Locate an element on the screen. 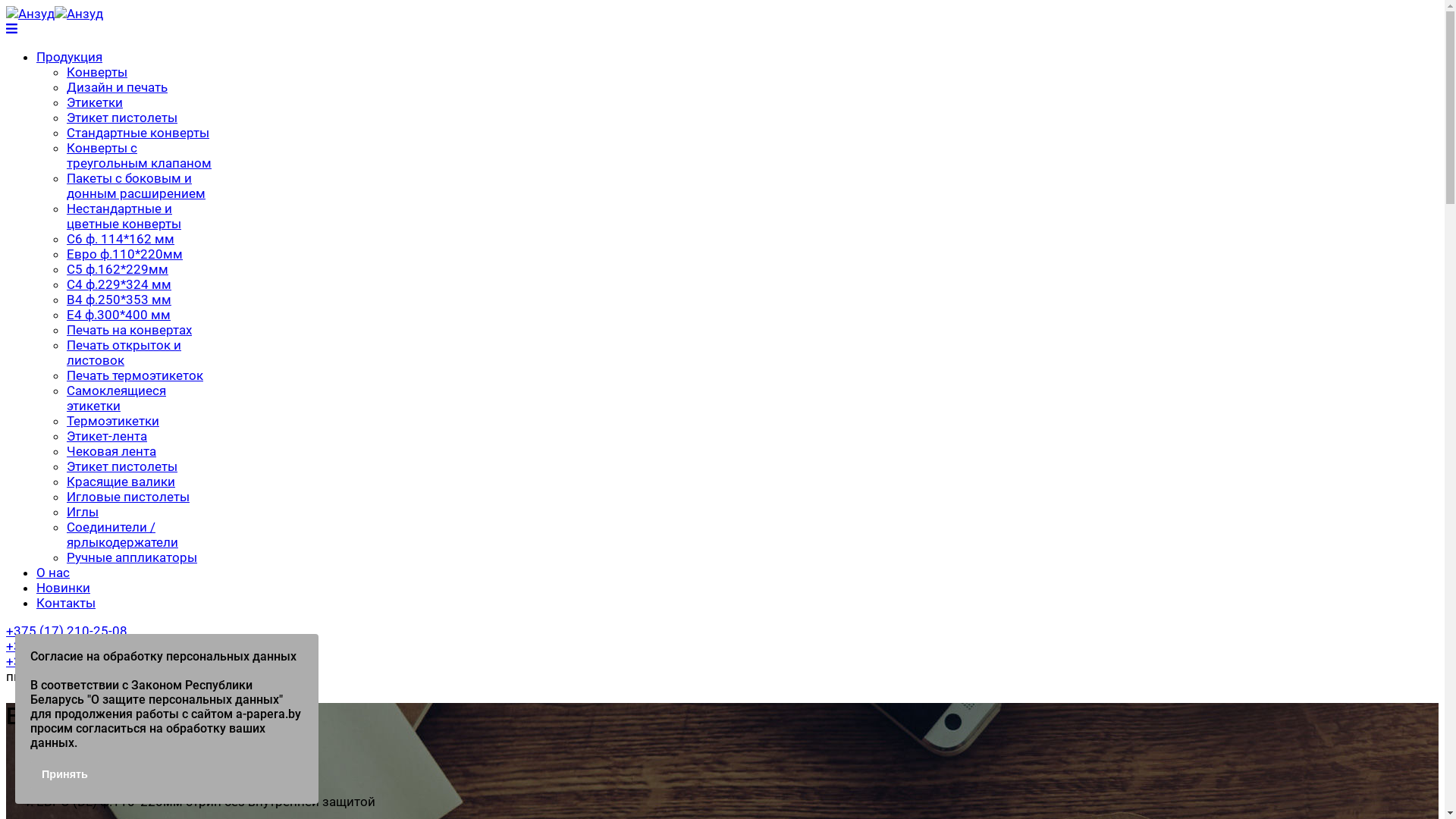 The width and height of the screenshot is (1456, 819). '+375 (17) 210-25-08' is located at coordinates (65, 631).